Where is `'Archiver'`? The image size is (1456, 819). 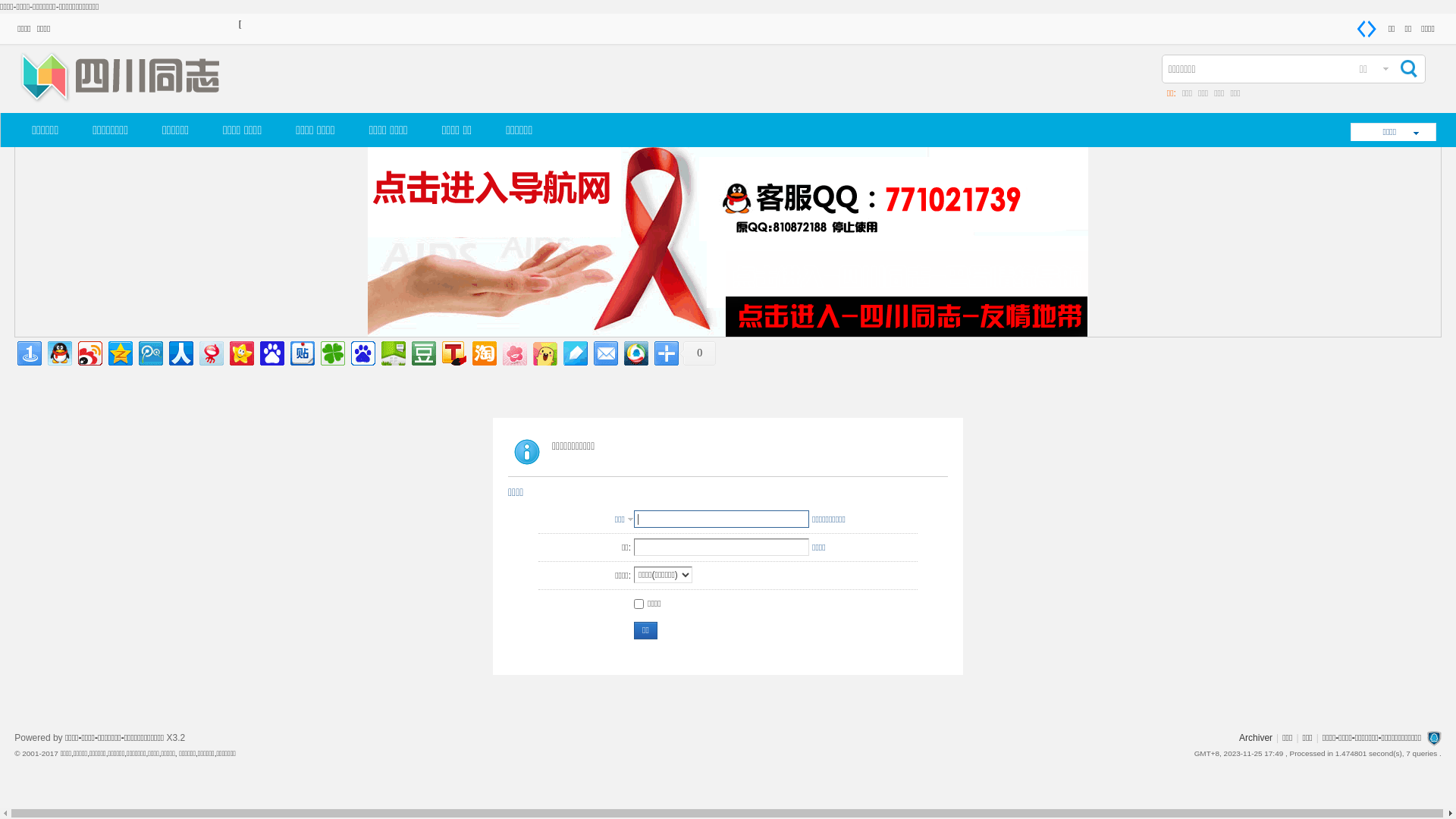
'Archiver' is located at coordinates (1256, 736).